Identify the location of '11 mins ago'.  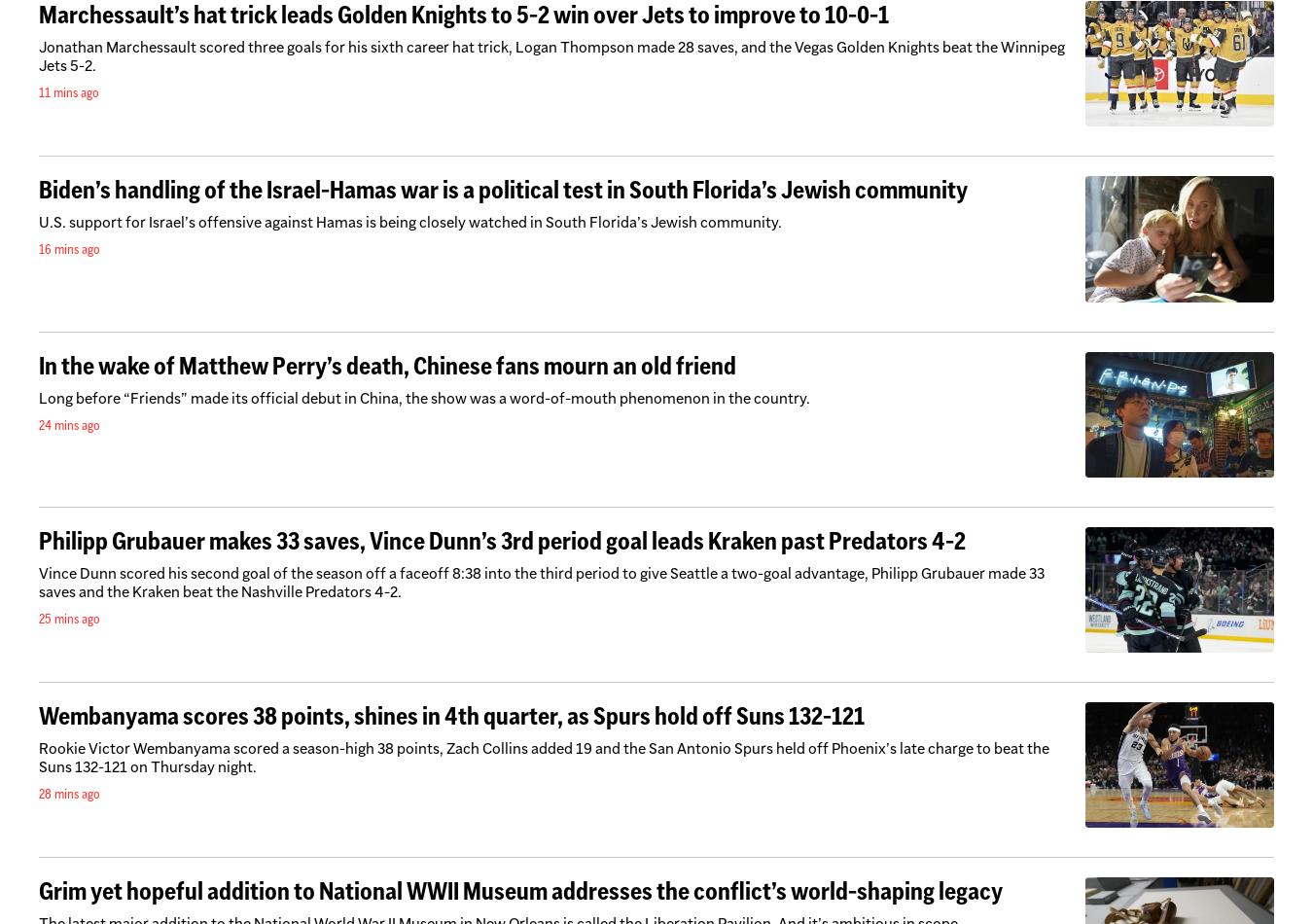
(37, 92).